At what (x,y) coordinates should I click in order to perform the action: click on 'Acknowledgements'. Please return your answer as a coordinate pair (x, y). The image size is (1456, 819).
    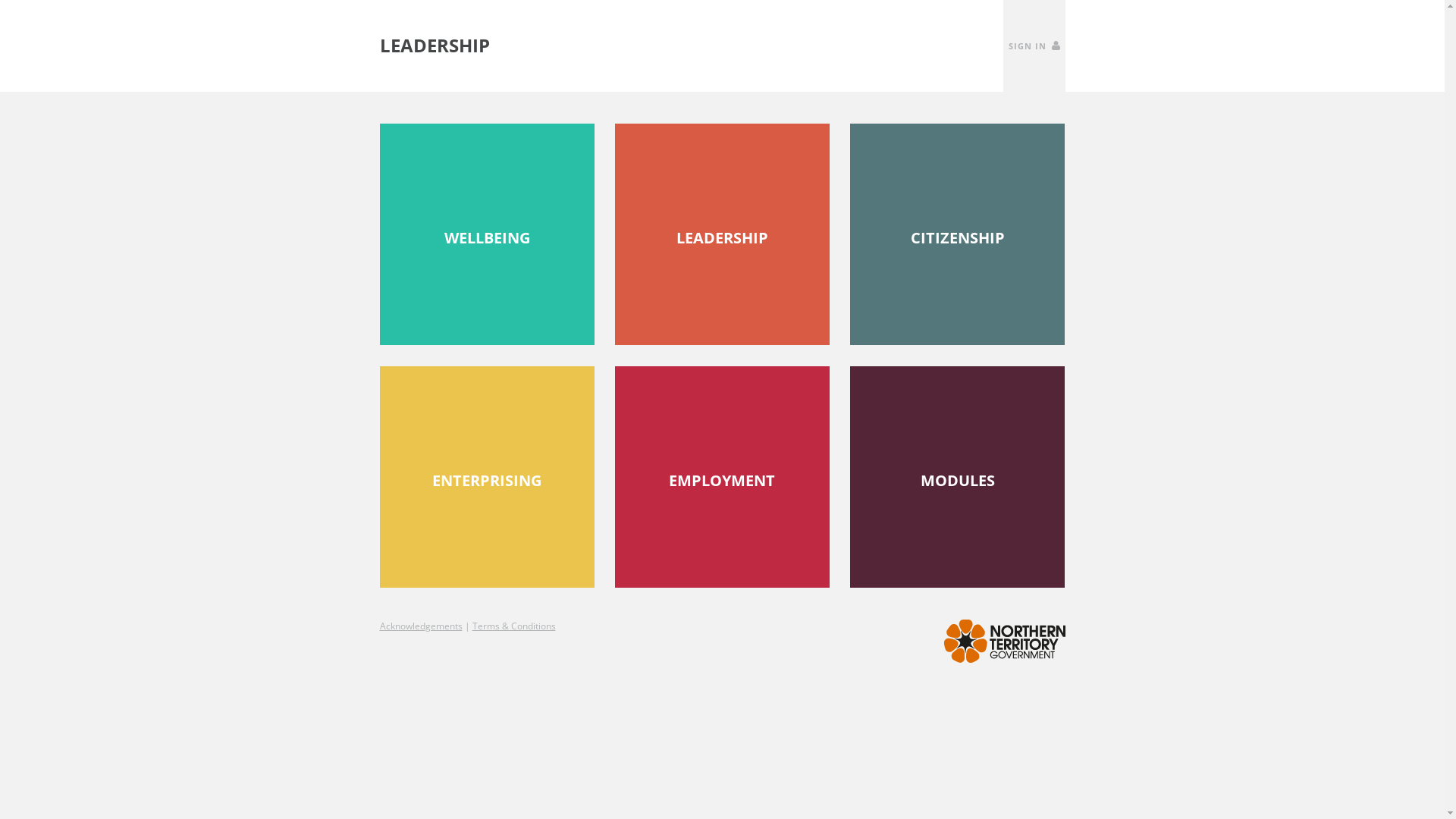
    Looking at the image, I should click on (420, 626).